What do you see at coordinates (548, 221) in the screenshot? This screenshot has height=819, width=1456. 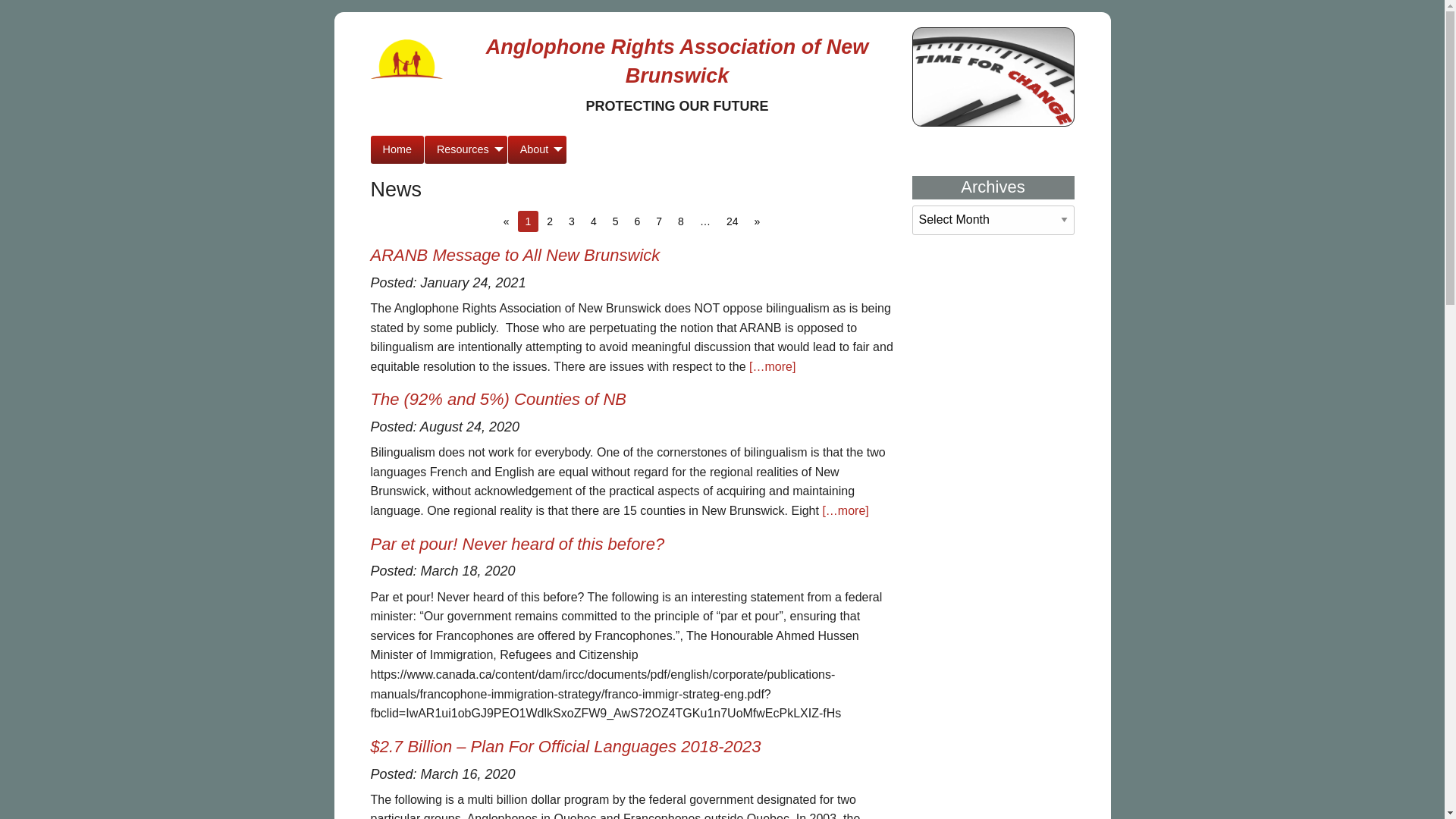 I see `'2'` at bounding box center [548, 221].